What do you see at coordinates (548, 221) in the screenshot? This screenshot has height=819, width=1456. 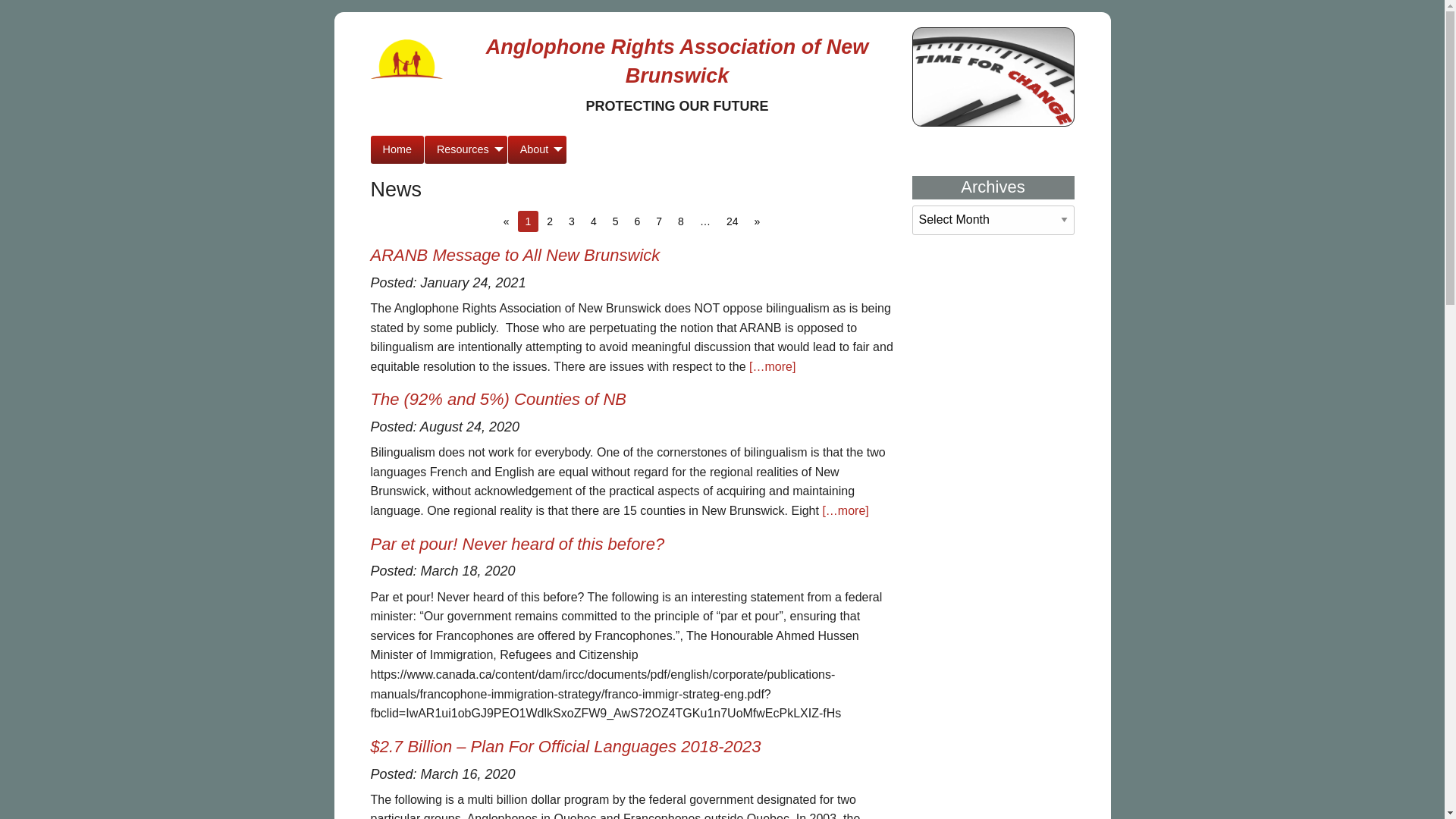 I see `'2'` at bounding box center [548, 221].